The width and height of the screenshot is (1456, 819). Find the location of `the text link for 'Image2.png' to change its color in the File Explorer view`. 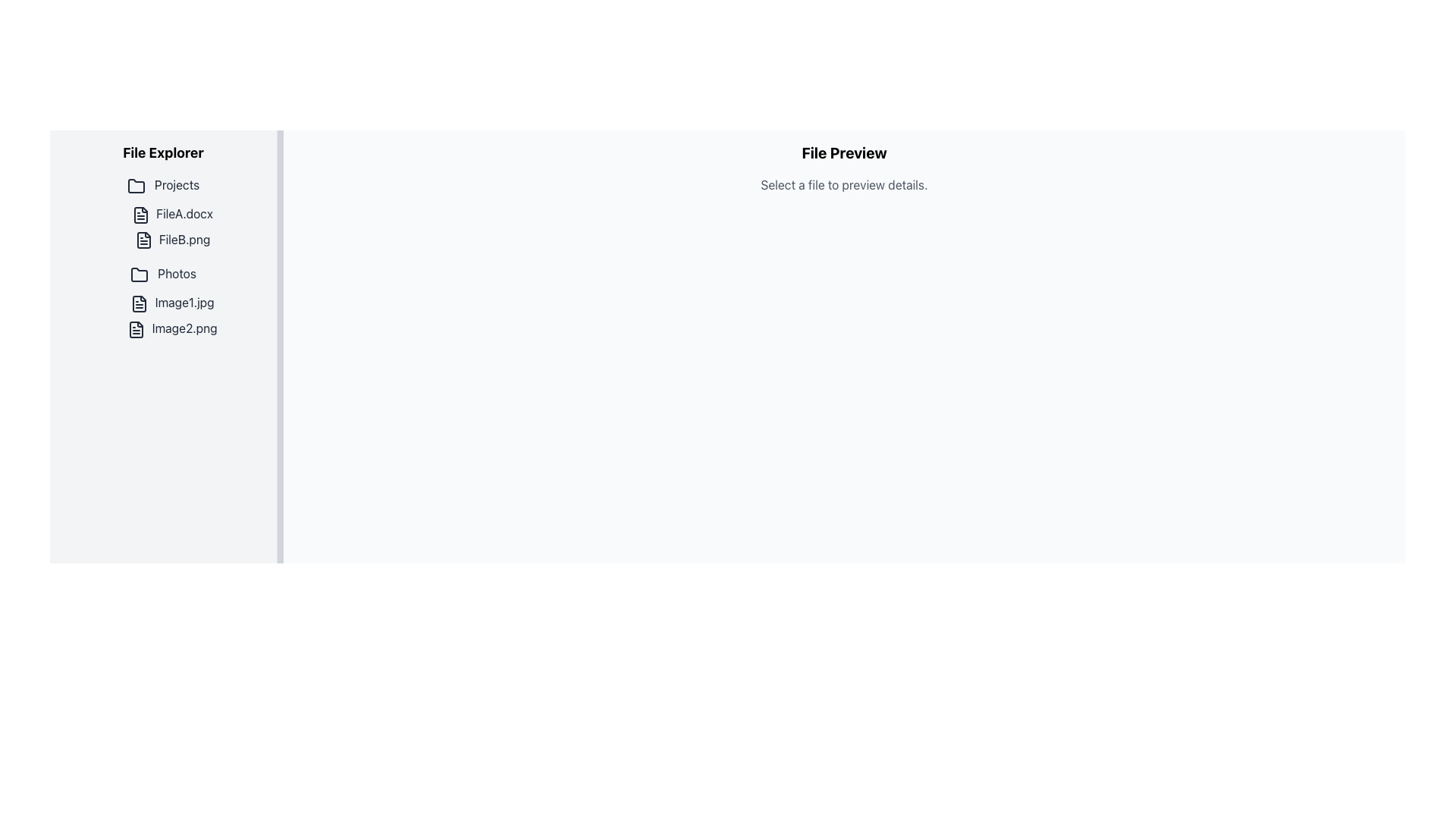

the text link for 'Image2.png' to change its color in the File Explorer view is located at coordinates (172, 328).